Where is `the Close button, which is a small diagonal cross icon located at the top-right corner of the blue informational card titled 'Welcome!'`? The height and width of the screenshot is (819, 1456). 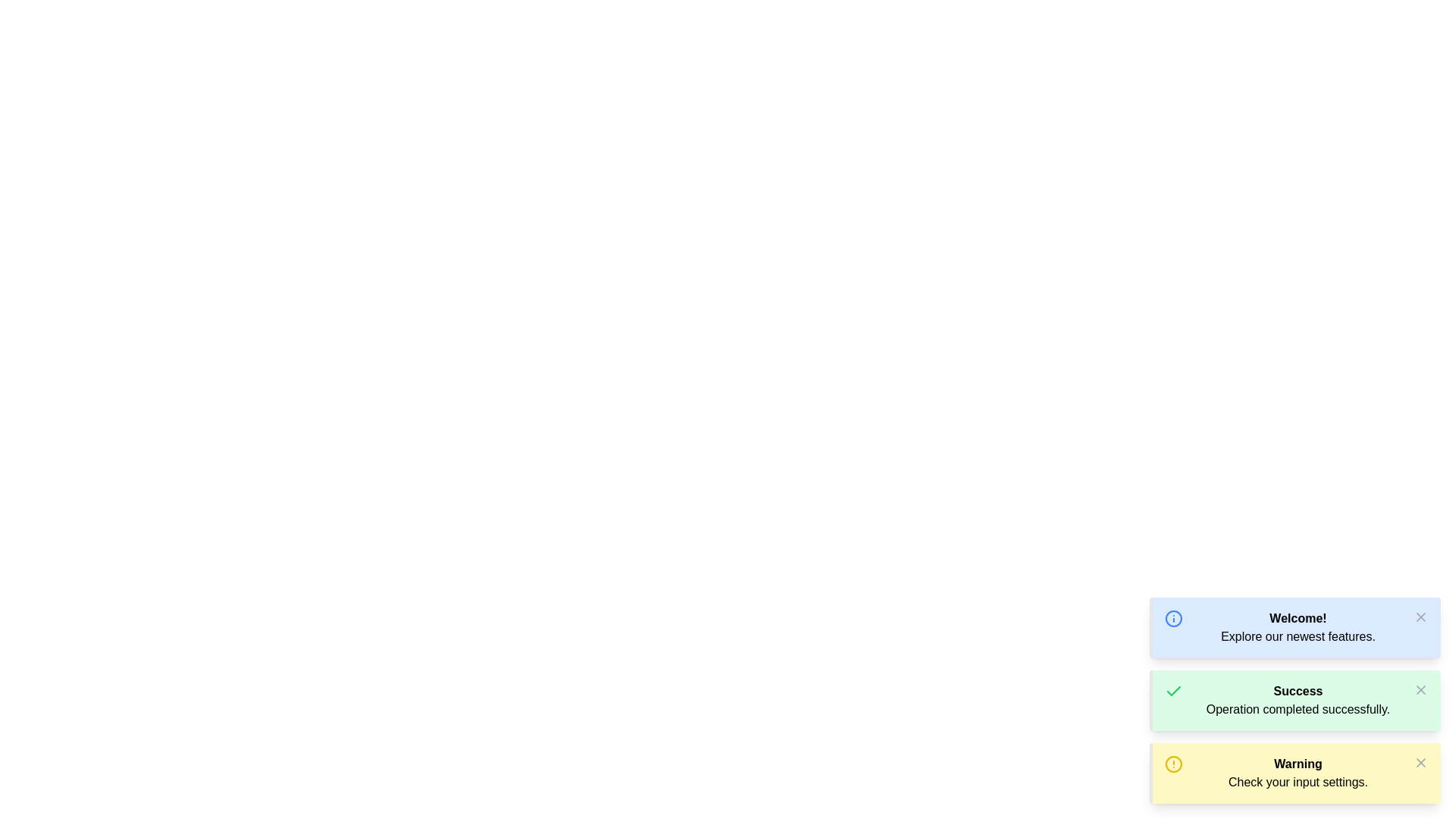 the Close button, which is a small diagonal cross icon located at the top-right corner of the blue informational card titled 'Welcome!' is located at coordinates (1420, 617).